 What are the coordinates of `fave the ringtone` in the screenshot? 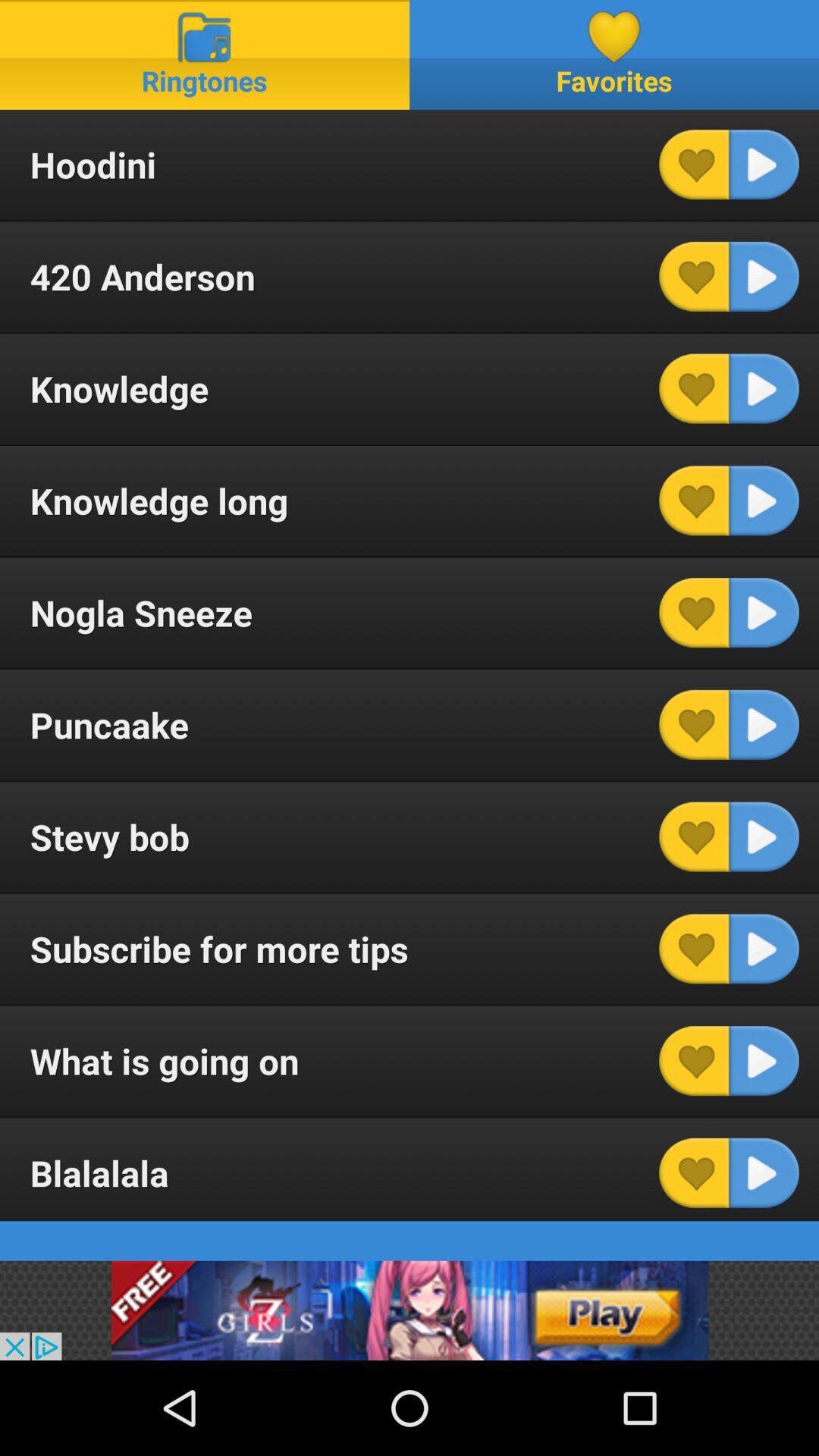 It's located at (694, 723).